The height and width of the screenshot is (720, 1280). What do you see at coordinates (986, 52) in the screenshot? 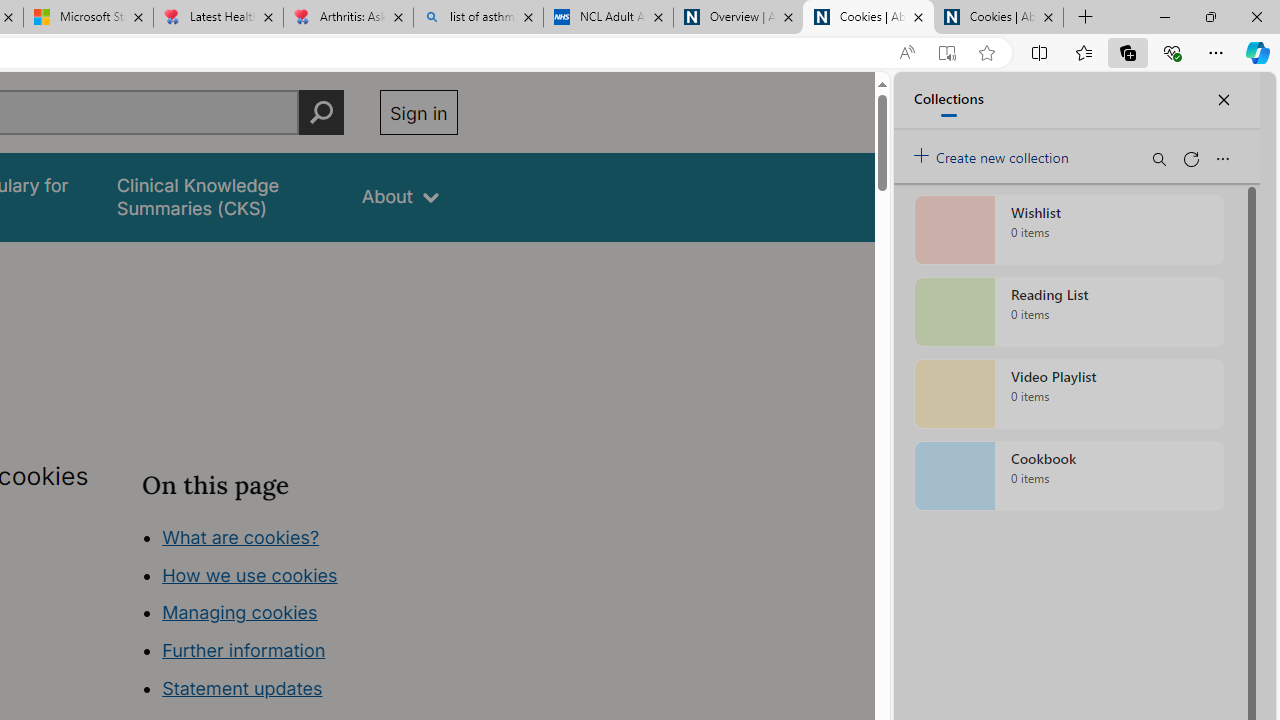
I see `'Add this page to favorites (Ctrl+D)'` at bounding box center [986, 52].